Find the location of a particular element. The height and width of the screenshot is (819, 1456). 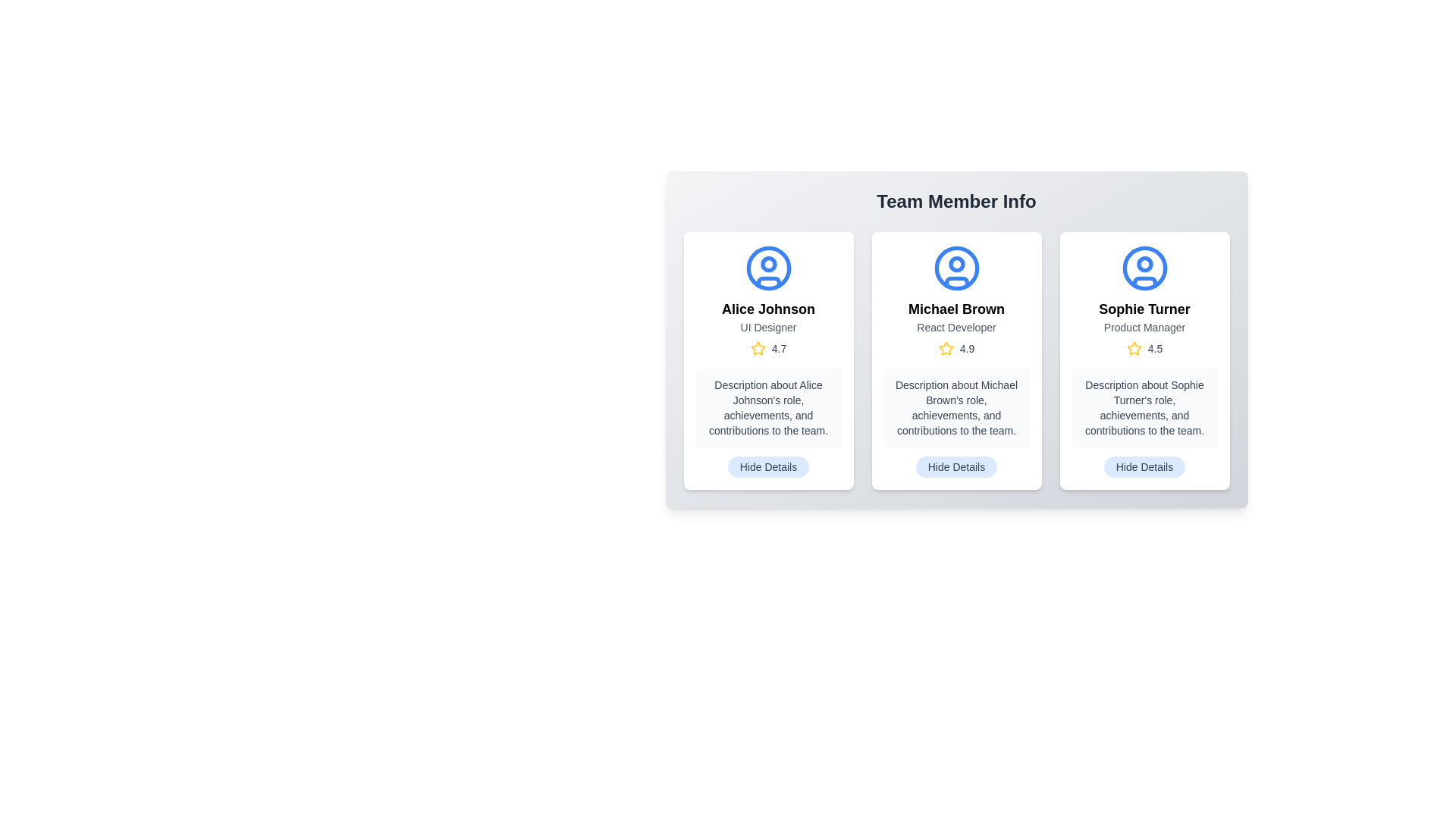

the 'Team Member Info' text label, which is styled in bold and prominently displayed at the top of the card-like structure, serving as the section title is located at coordinates (955, 201).